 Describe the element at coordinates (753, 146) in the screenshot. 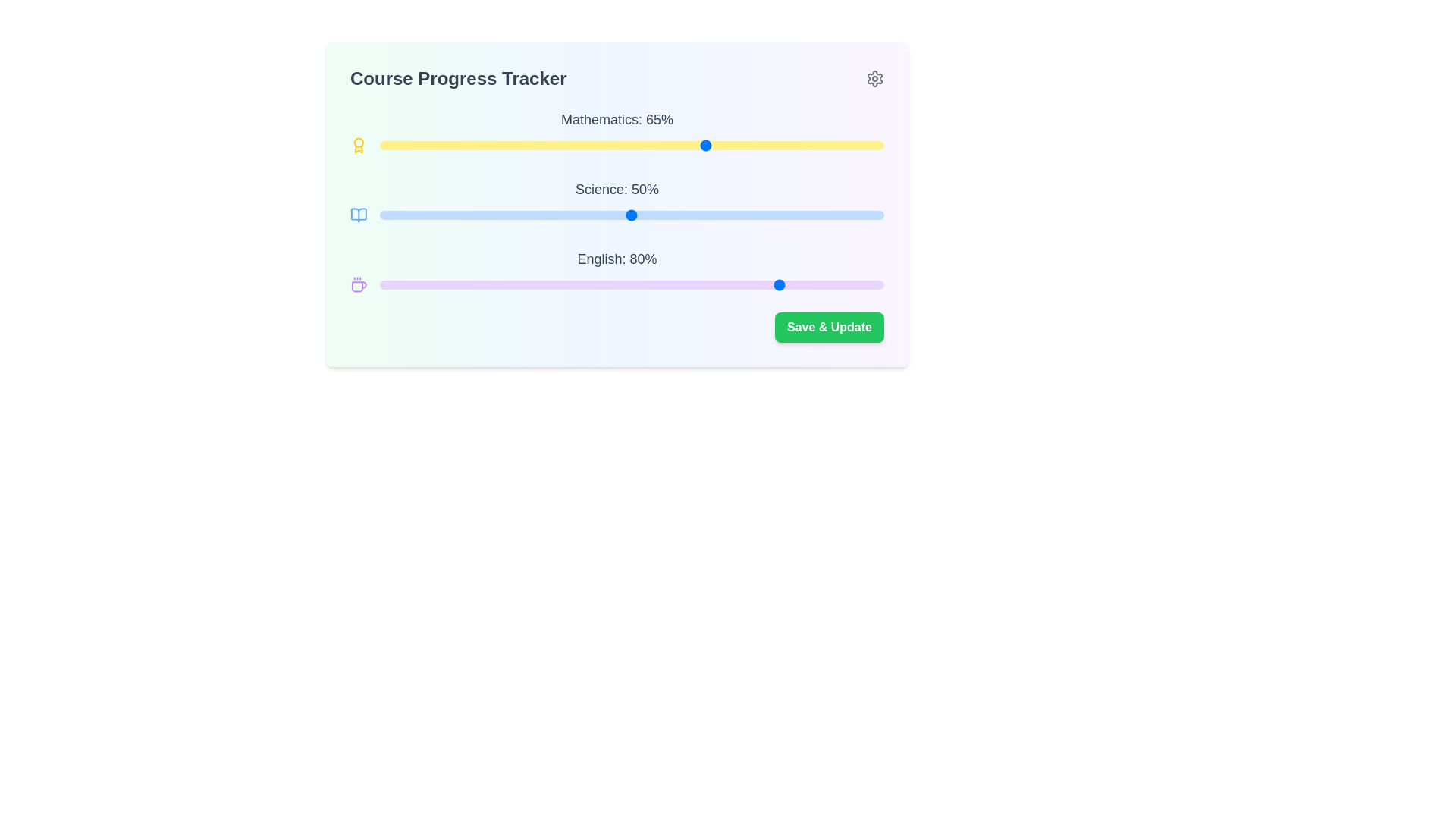

I see `the progress of Mathematics` at that location.